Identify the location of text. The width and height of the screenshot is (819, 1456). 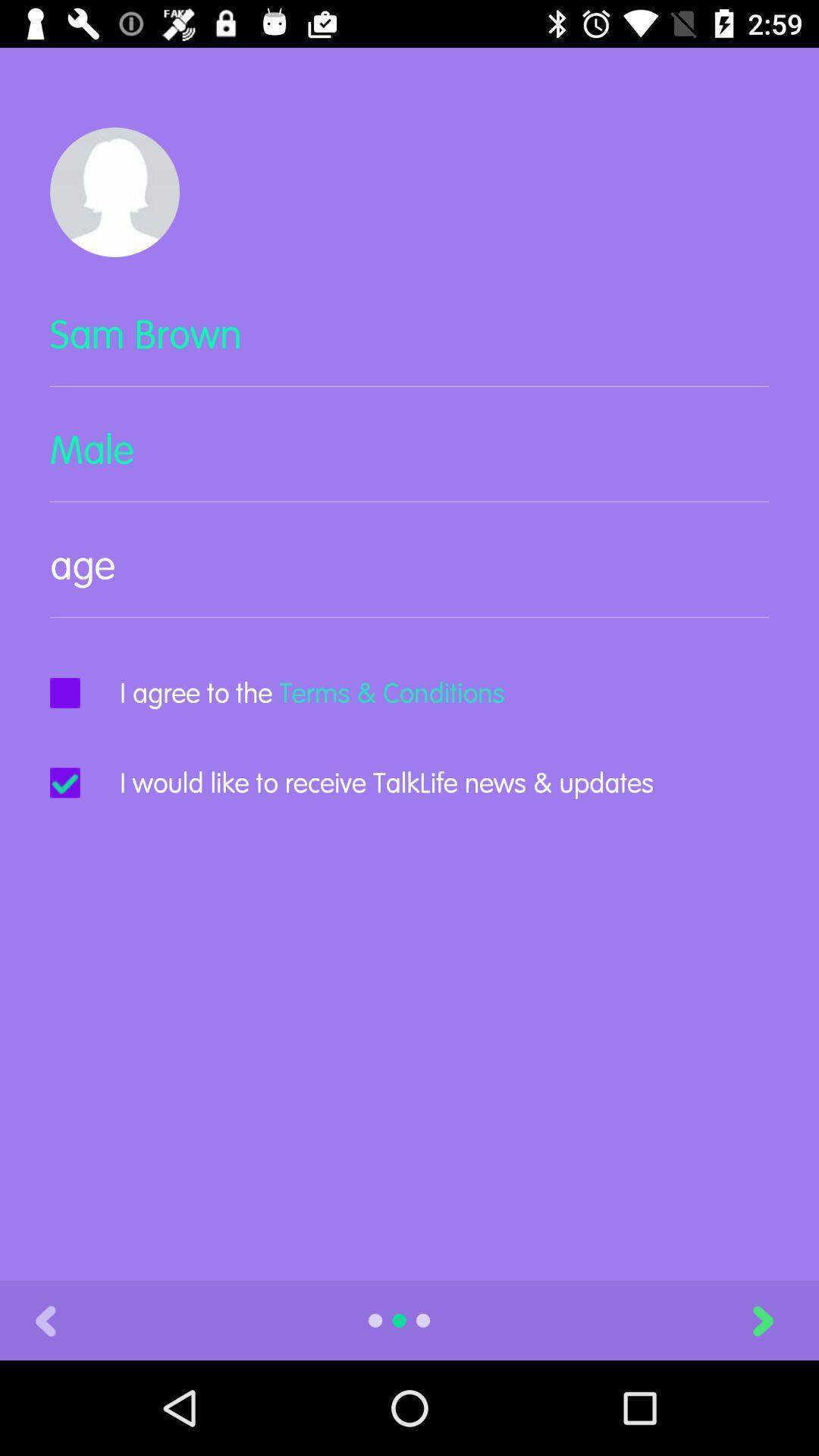
(409, 577).